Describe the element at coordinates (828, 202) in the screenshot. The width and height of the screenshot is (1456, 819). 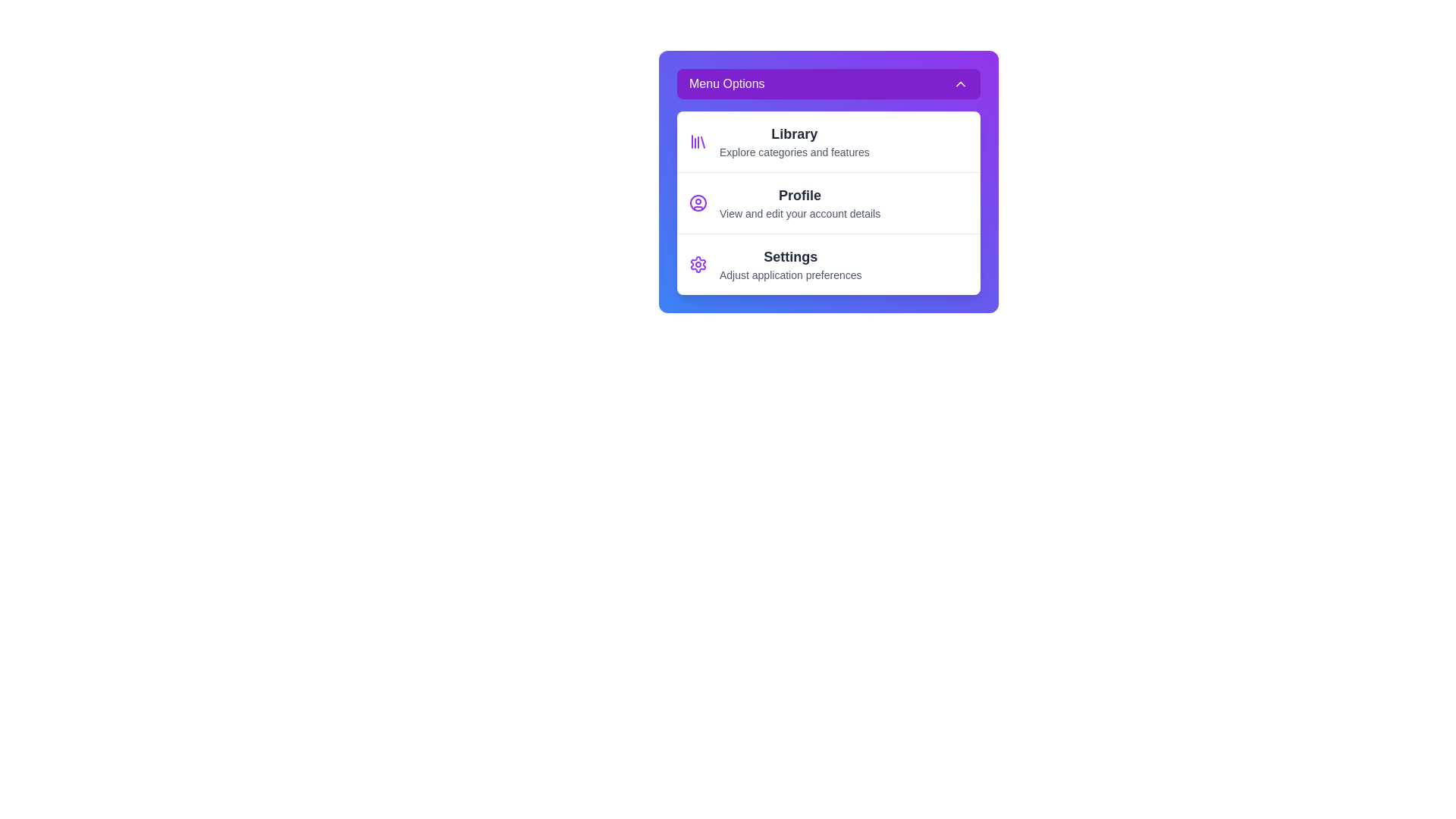
I see `the 'Profile' navigation link, which is the second item in the menu` at that location.